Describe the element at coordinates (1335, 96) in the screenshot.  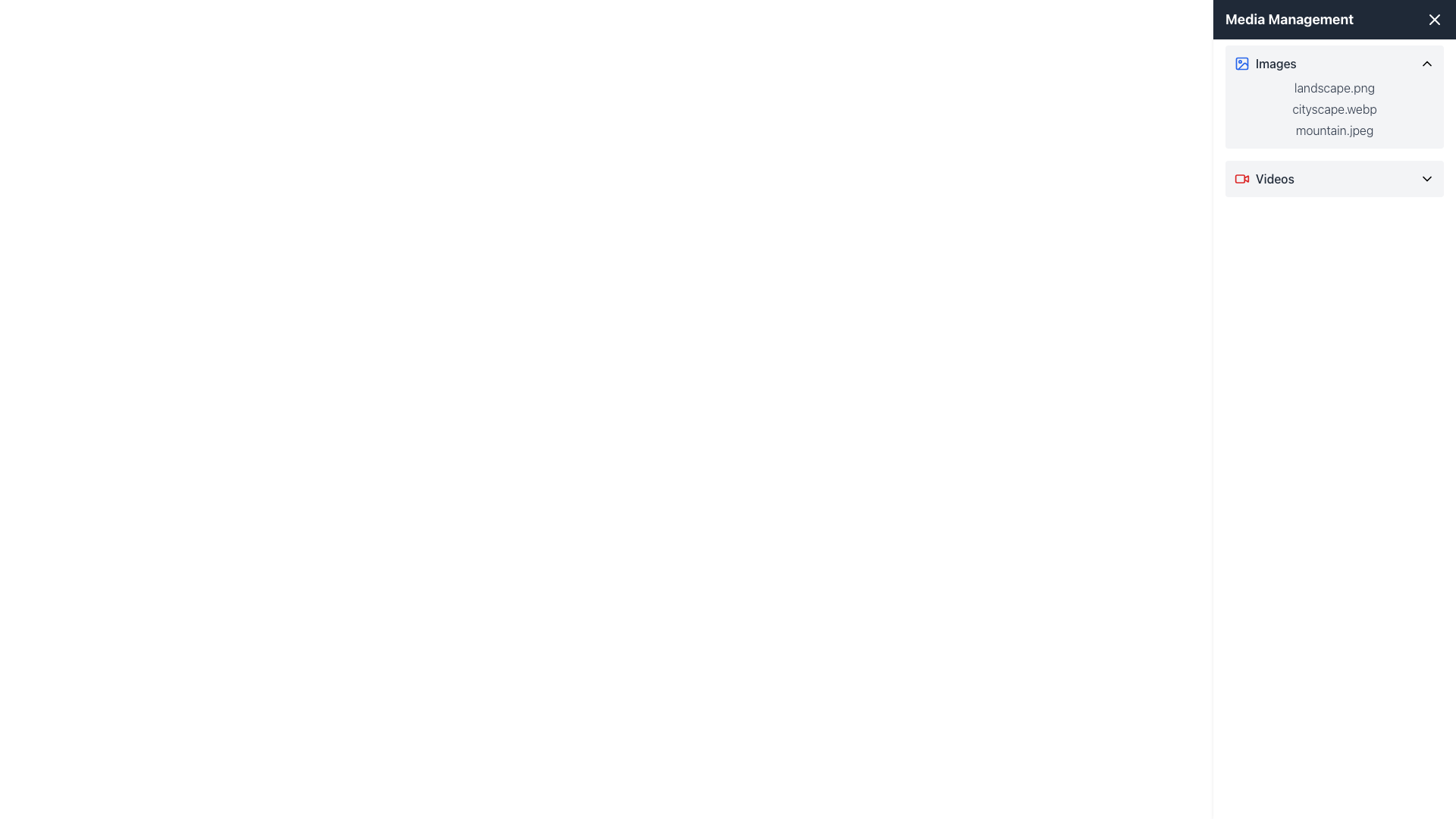
I see `the collapsible listing panel for image files under the 'Media Management' section` at that location.